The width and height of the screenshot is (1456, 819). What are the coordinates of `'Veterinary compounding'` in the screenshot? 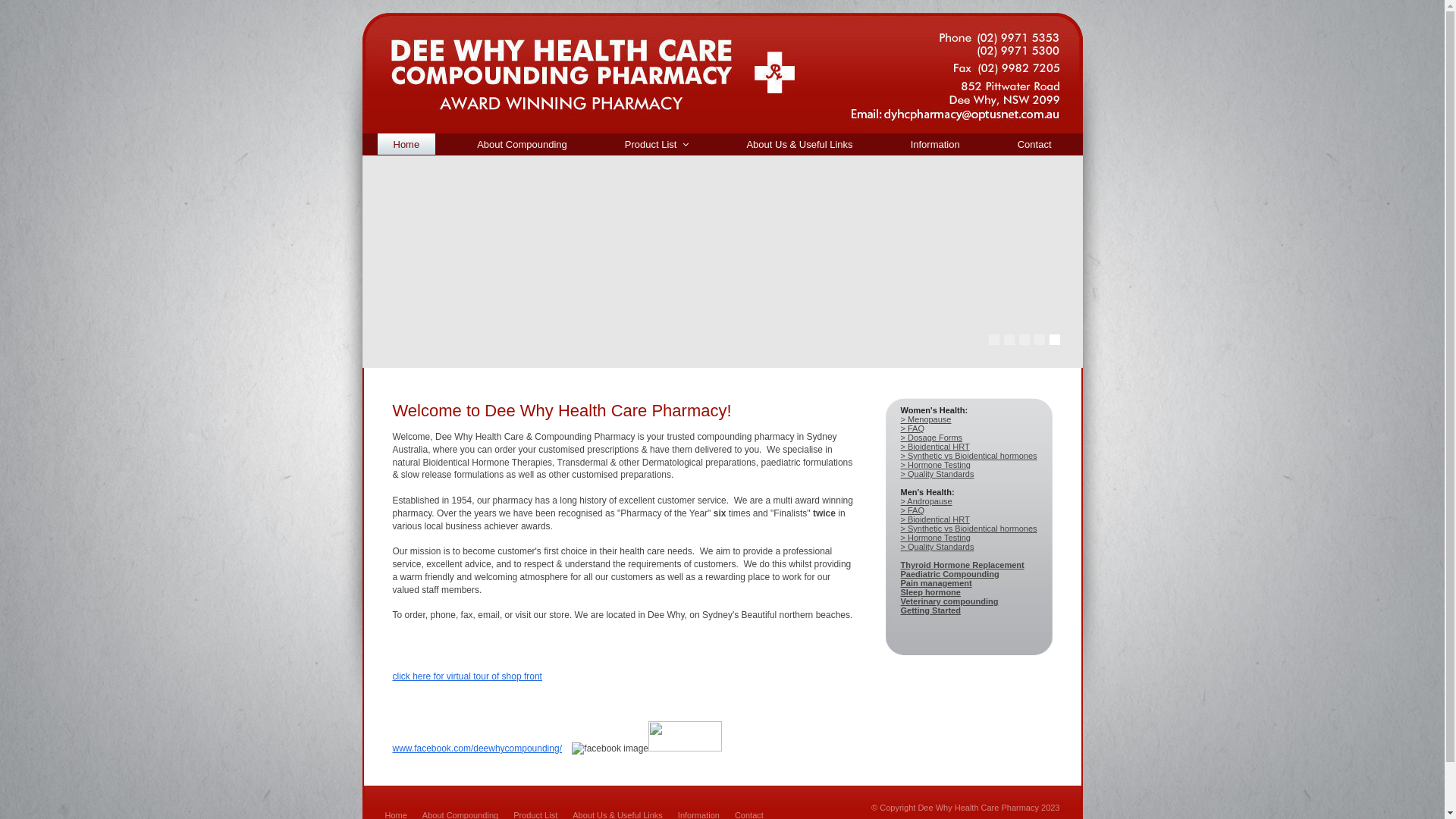 It's located at (949, 601).